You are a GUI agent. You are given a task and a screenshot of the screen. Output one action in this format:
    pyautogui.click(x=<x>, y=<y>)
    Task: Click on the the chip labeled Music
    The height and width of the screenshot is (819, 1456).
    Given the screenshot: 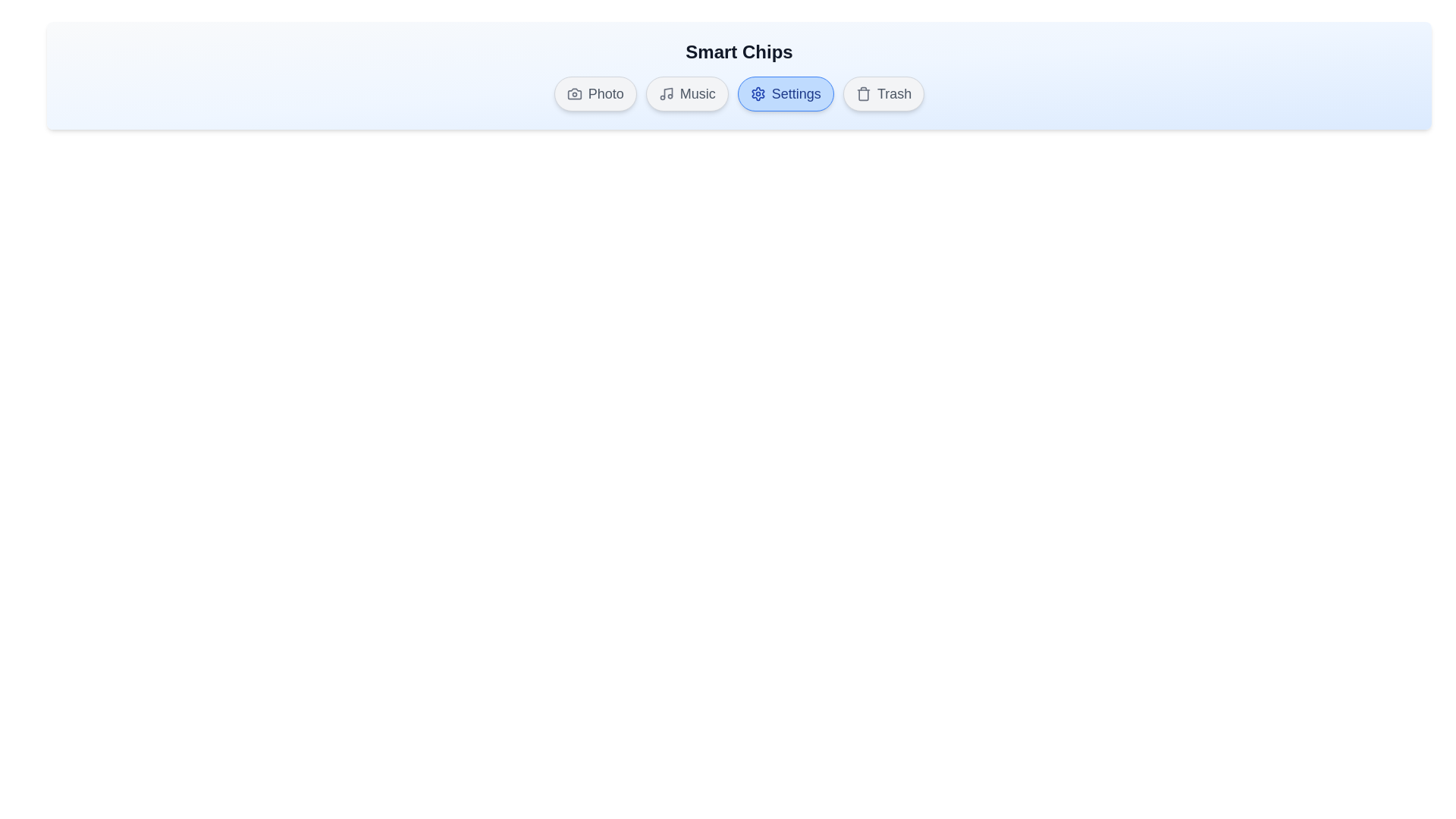 What is the action you would take?
    pyautogui.click(x=686, y=93)
    